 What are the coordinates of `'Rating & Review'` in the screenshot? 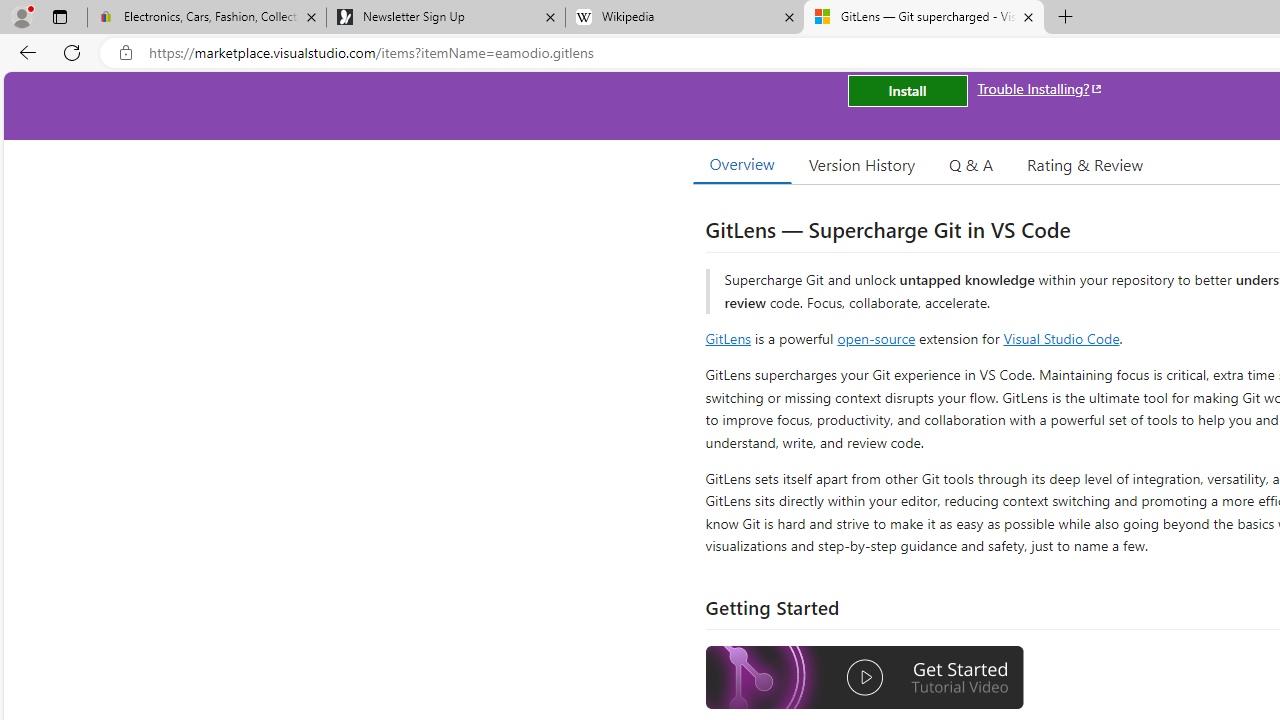 It's located at (1084, 163).